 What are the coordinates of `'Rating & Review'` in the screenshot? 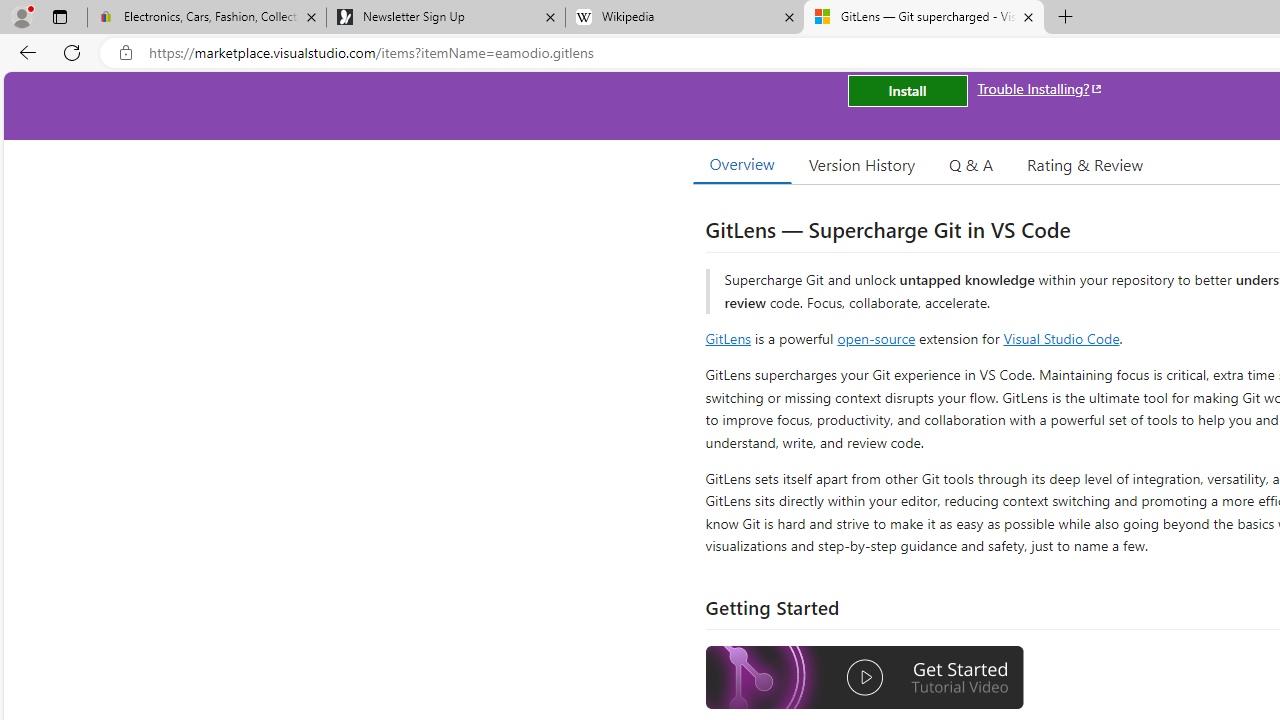 It's located at (1084, 163).